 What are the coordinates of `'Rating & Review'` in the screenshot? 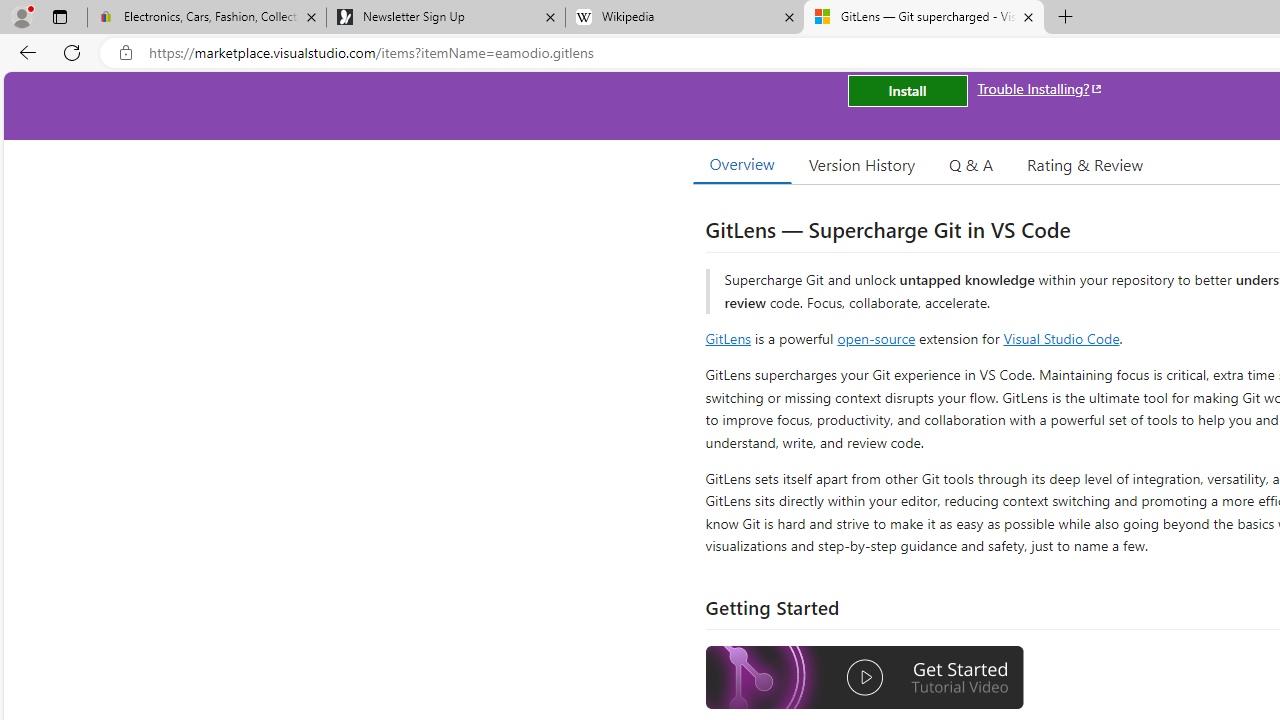 It's located at (1084, 163).